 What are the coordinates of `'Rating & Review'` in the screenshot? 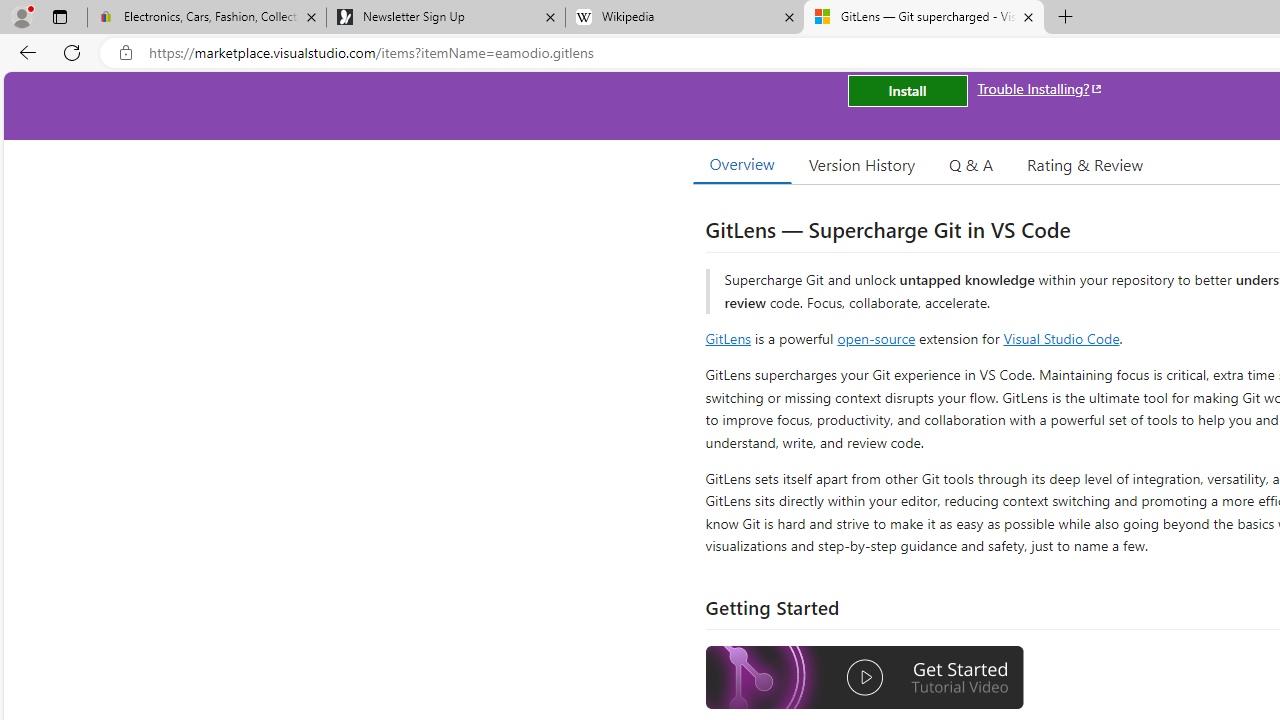 It's located at (1084, 163).